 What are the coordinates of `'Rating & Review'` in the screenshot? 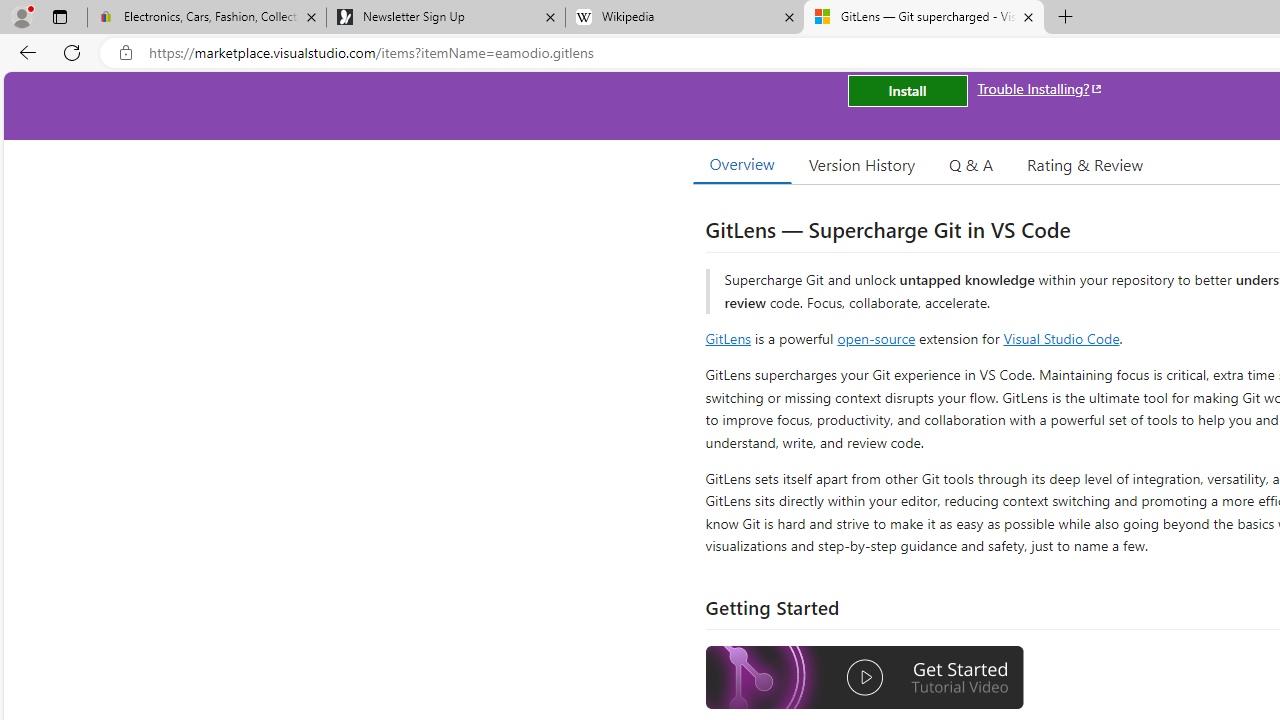 It's located at (1084, 163).